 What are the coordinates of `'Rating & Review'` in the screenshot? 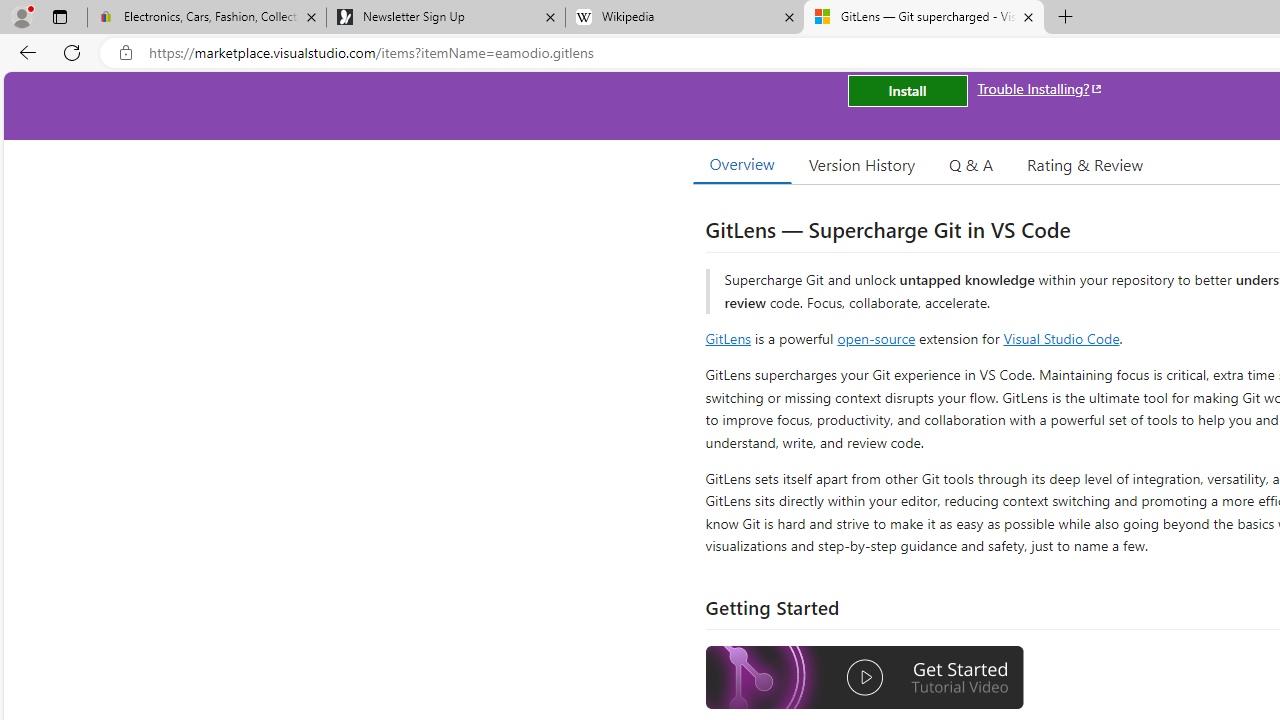 It's located at (1084, 163).